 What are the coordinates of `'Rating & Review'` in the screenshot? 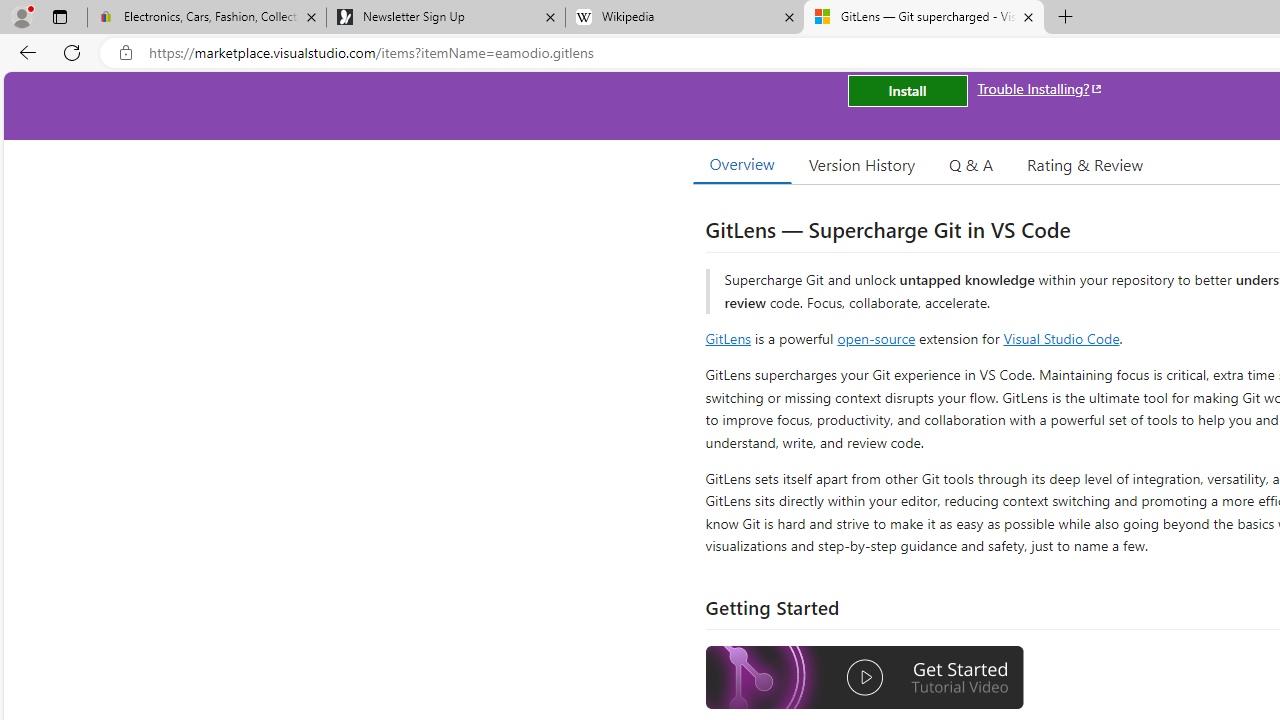 It's located at (1084, 163).